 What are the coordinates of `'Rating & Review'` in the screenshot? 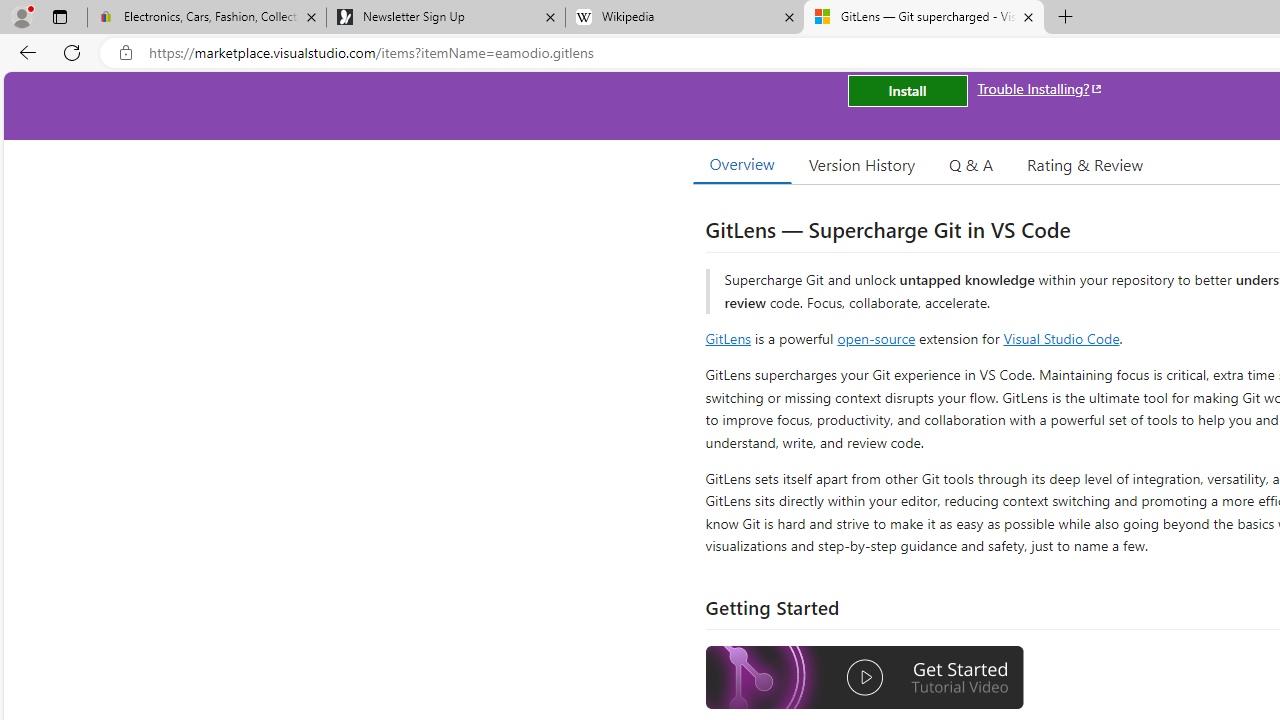 It's located at (1084, 163).